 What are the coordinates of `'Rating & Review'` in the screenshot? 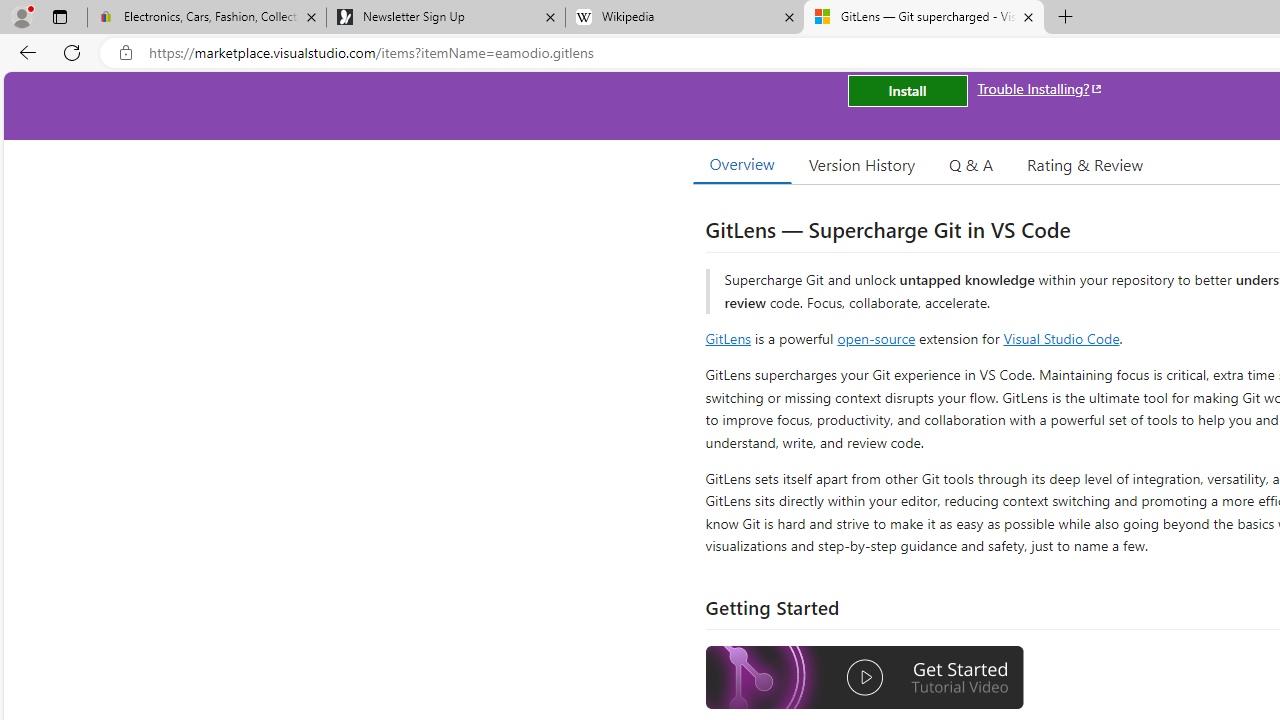 It's located at (1084, 163).